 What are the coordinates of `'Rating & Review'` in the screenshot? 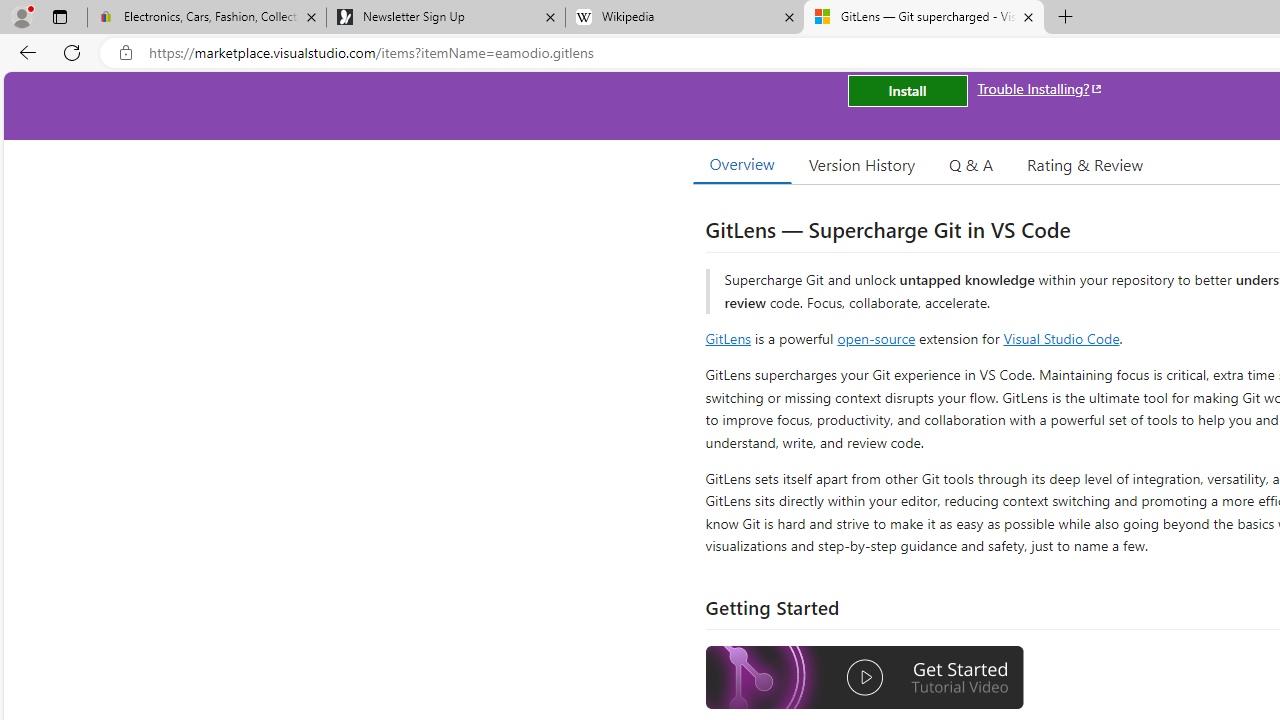 It's located at (1084, 163).